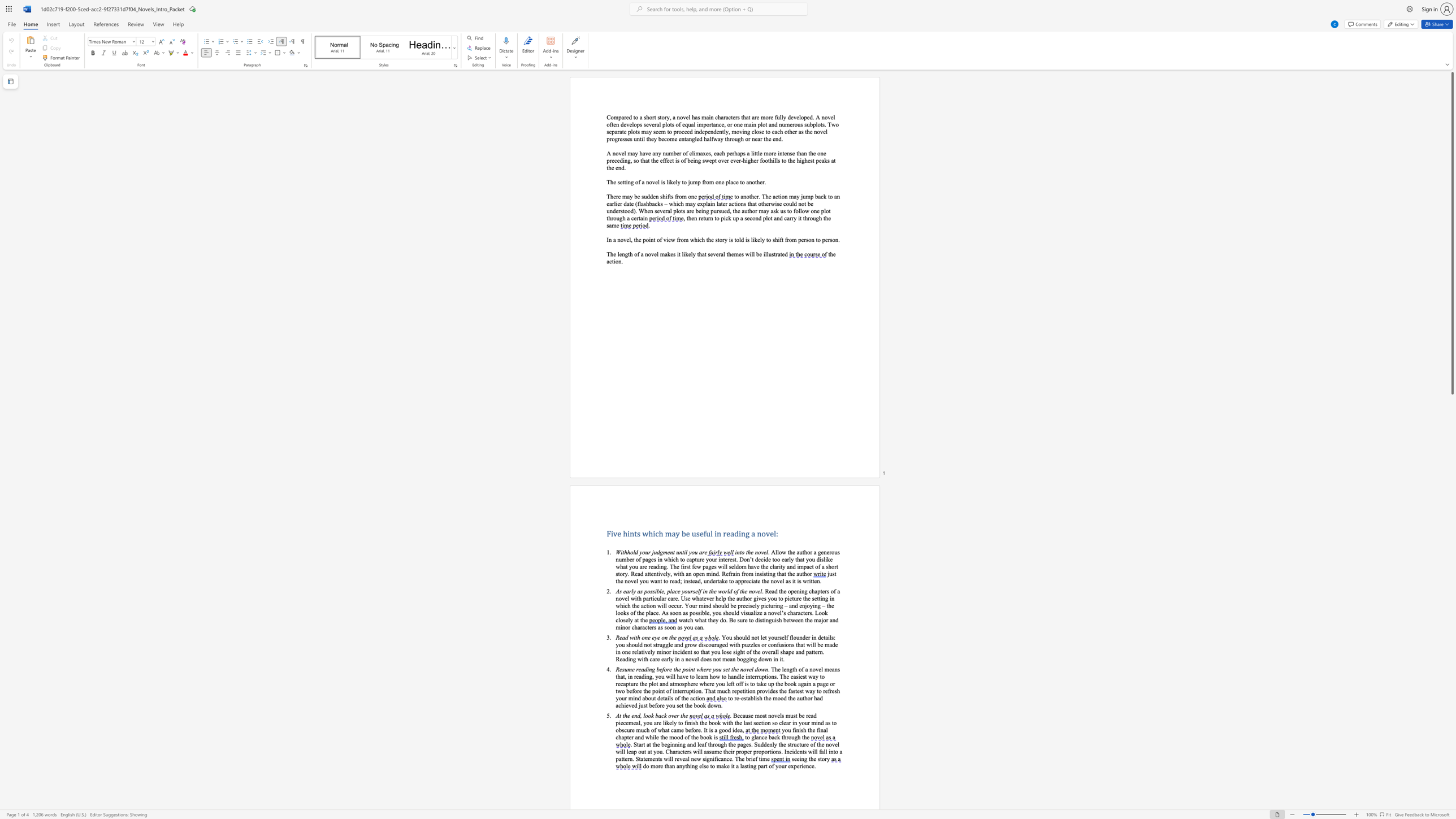 Image resolution: width=1456 pixels, height=819 pixels. Describe the element at coordinates (696, 559) in the screenshot. I see `the subset text "ure your int" within the text ". Allow the author a generous number of pages in which to capture your interest."` at that location.